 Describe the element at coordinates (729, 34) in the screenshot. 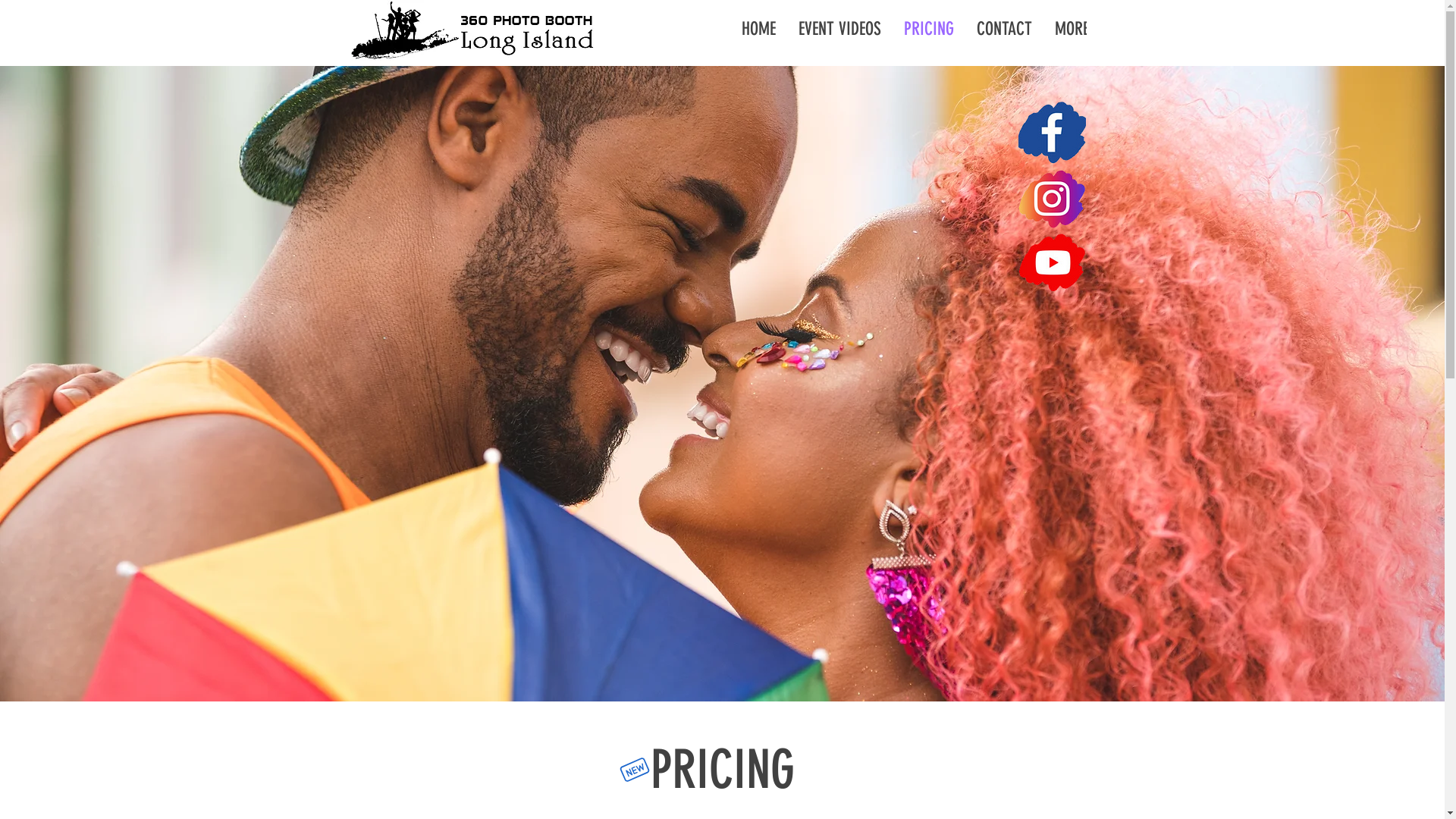

I see `'HOME'` at that location.